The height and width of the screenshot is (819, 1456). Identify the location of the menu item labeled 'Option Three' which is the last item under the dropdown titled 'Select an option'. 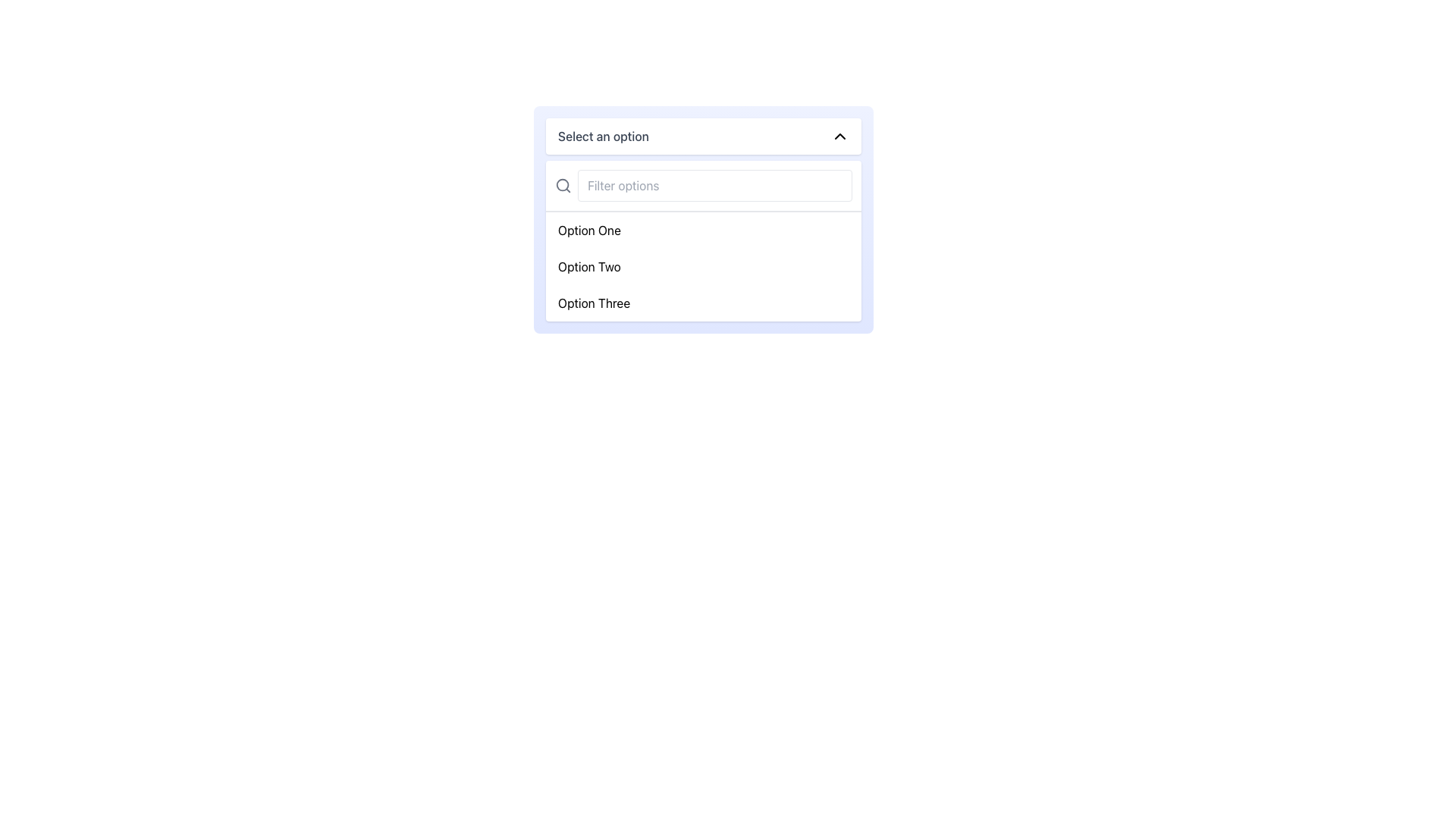
(702, 303).